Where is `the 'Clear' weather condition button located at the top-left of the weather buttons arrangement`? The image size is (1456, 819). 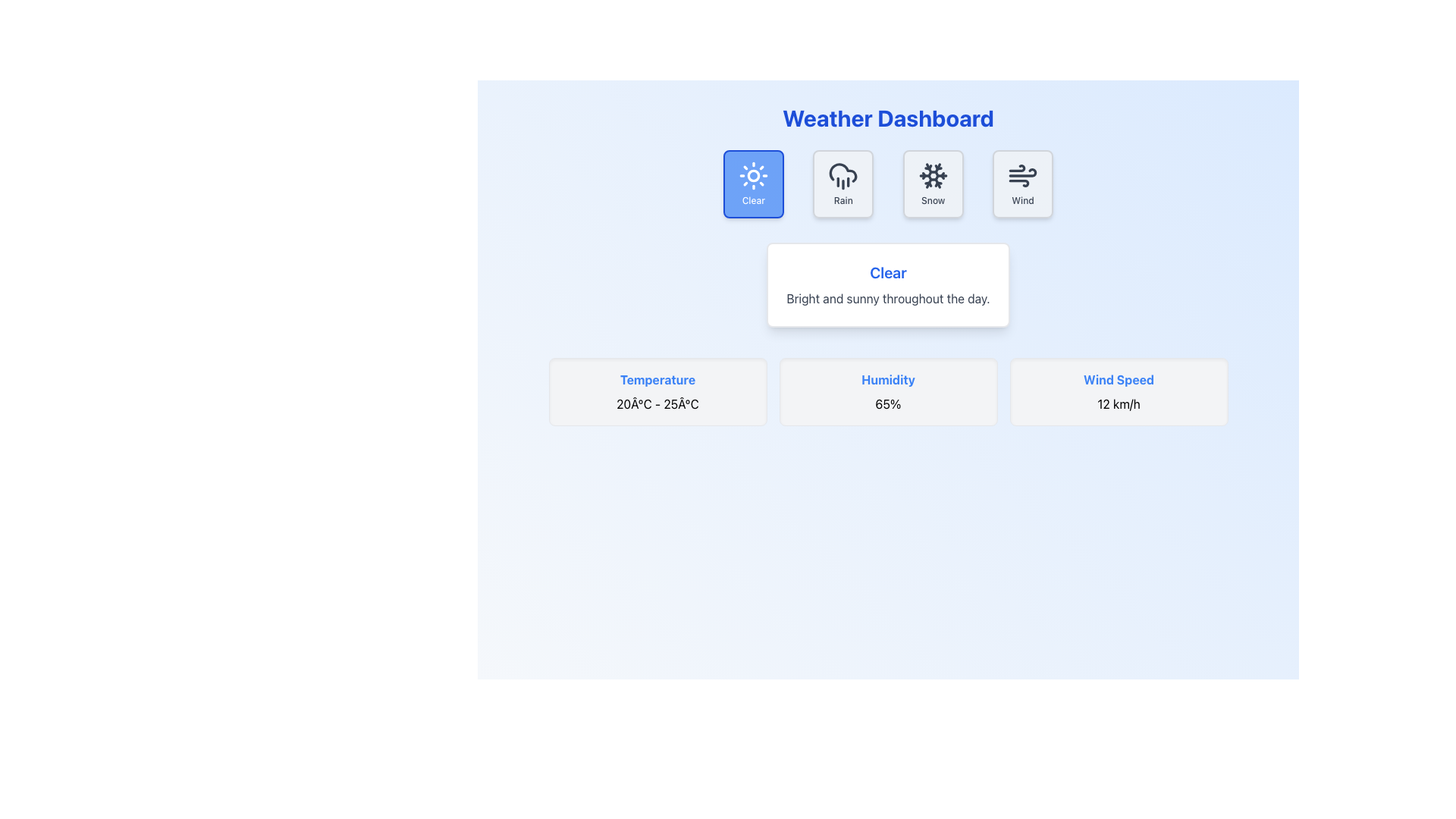
the 'Clear' weather condition button located at the top-left of the weather buttons arrangement is located at coordinates (753, 184).